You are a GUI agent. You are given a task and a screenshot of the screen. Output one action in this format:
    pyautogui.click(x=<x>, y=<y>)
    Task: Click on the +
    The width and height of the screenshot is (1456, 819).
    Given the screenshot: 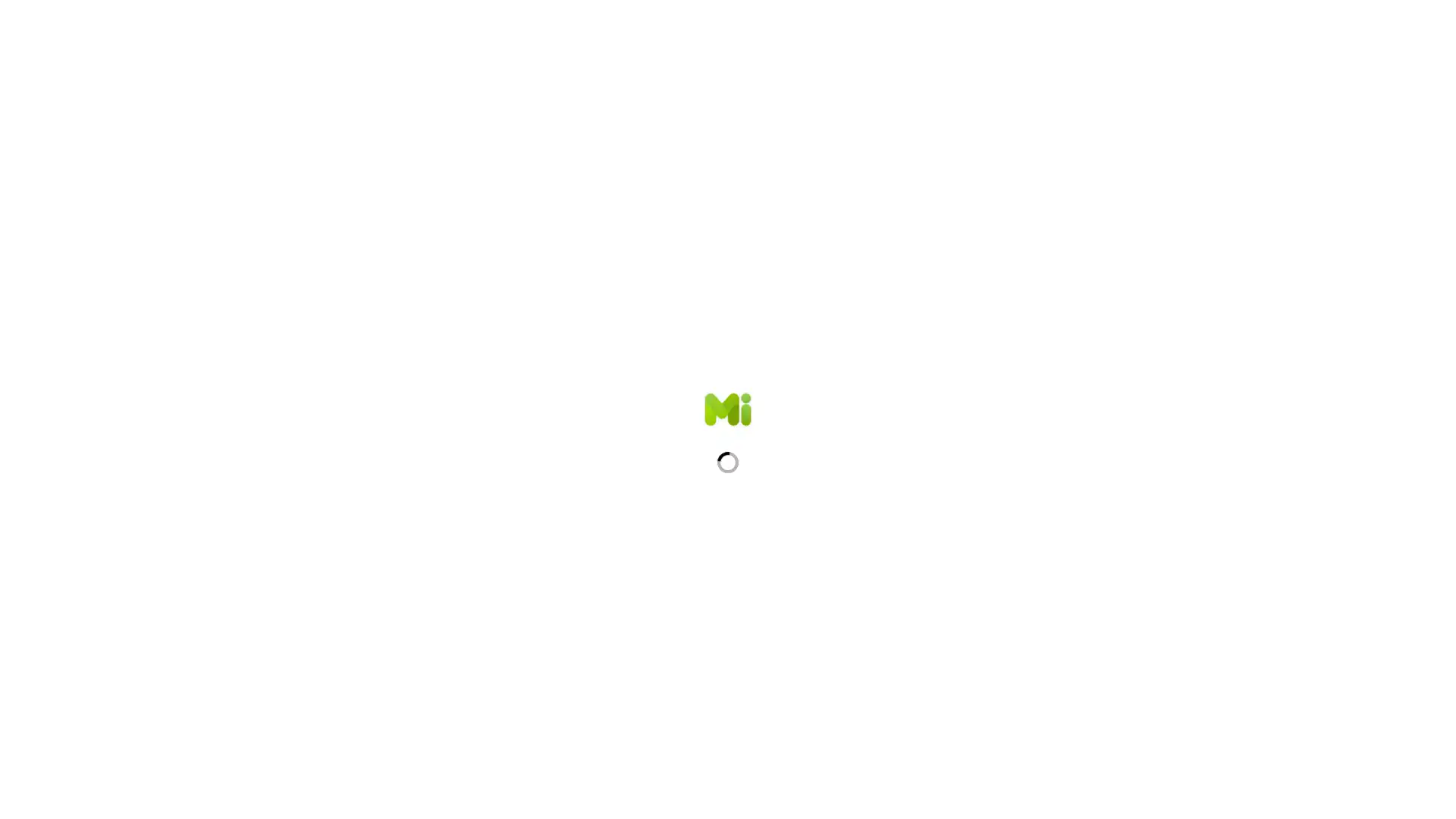 What is the action you would take?
    pyautogui.click(x=564, y=283)
    